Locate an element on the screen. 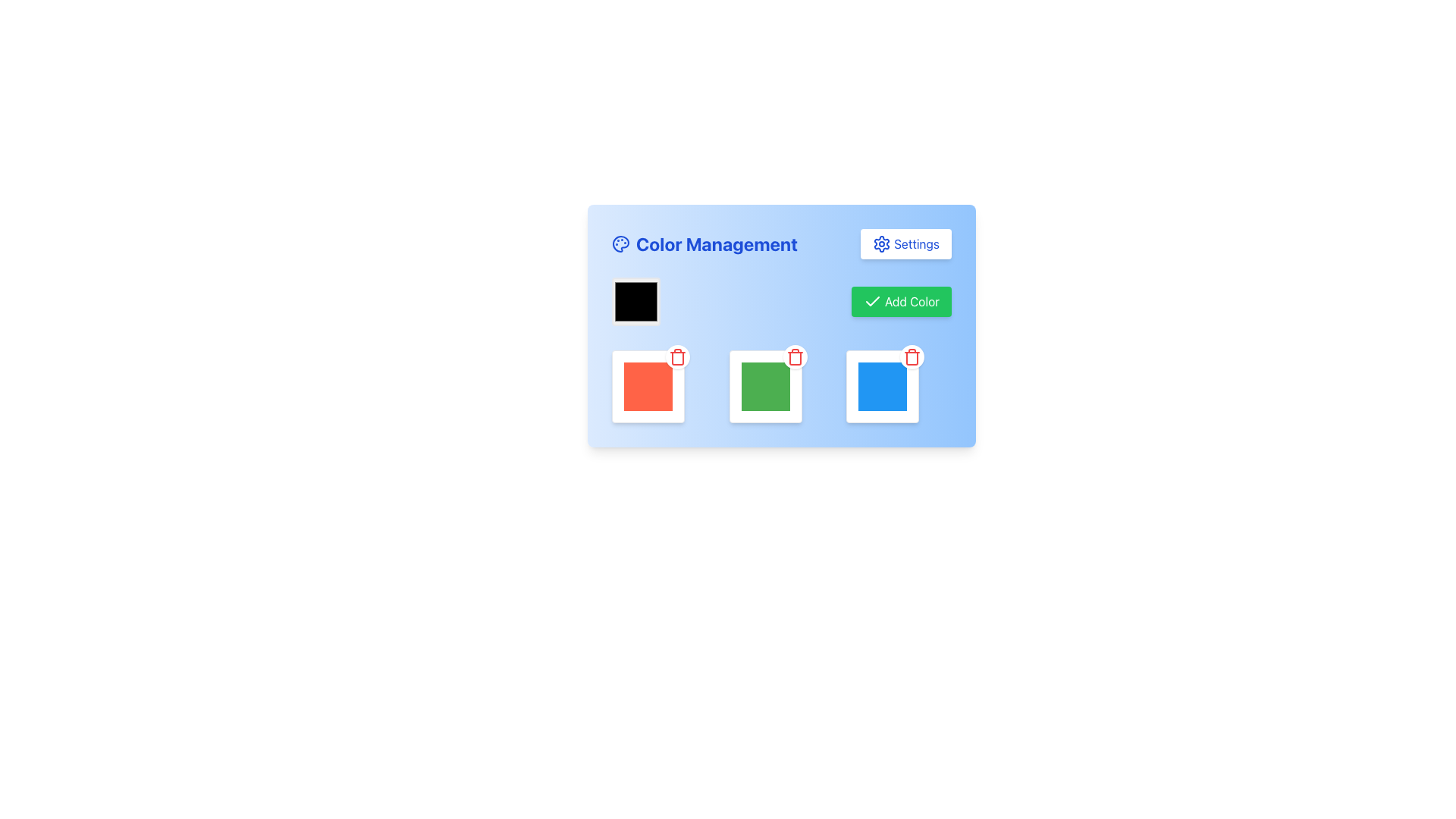 The image size is (1456, 819). the color management icon located on the left side of the 'Color Management' title in the blue panel is located at coordinates (621, 243).